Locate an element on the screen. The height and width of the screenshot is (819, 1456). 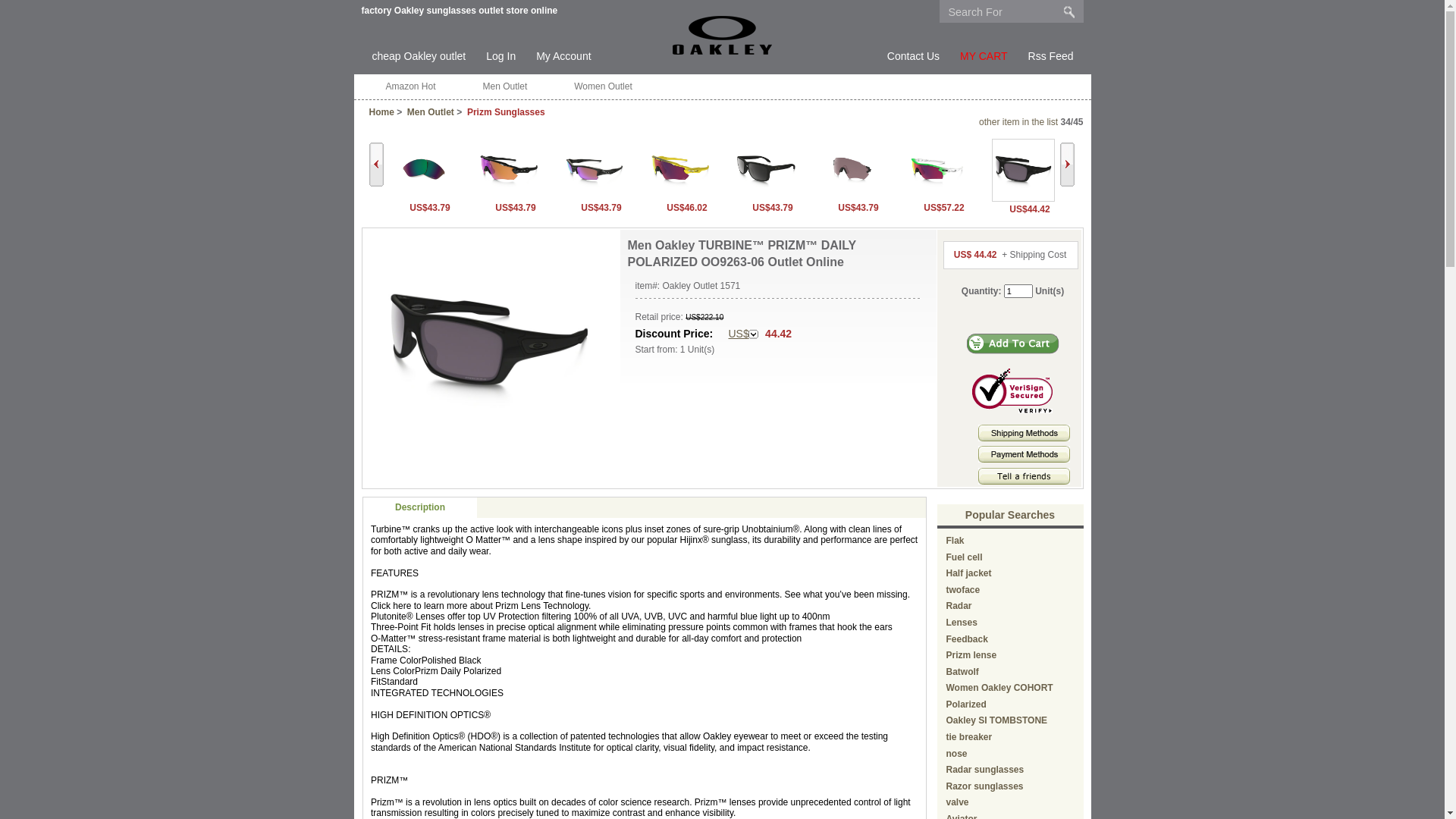
'Prizm Sunglasses' is located at coordinates (506, 111).